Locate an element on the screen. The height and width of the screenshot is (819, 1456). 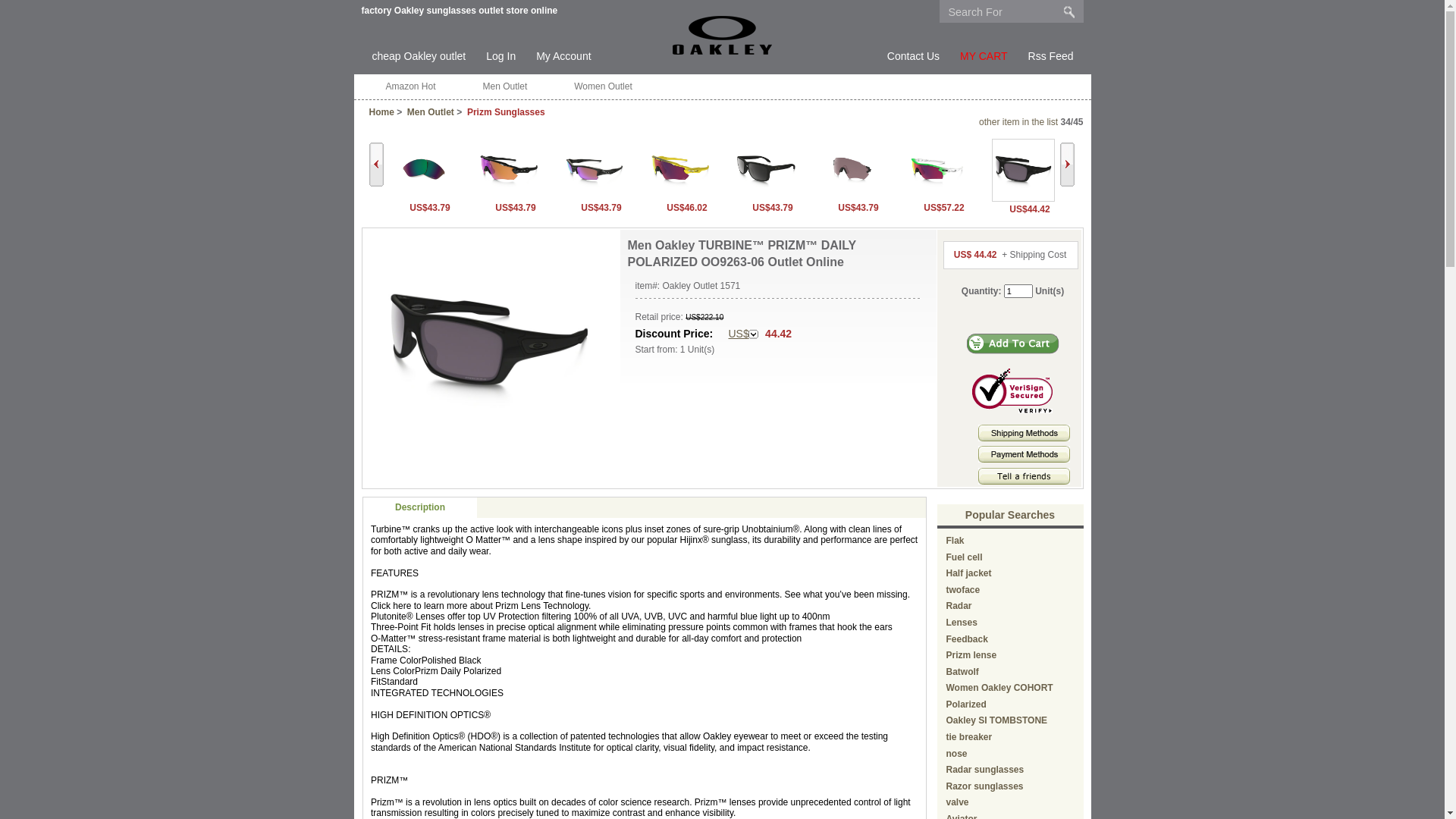
'Prizm Sunglasses' is located at coordinates (506, 111).